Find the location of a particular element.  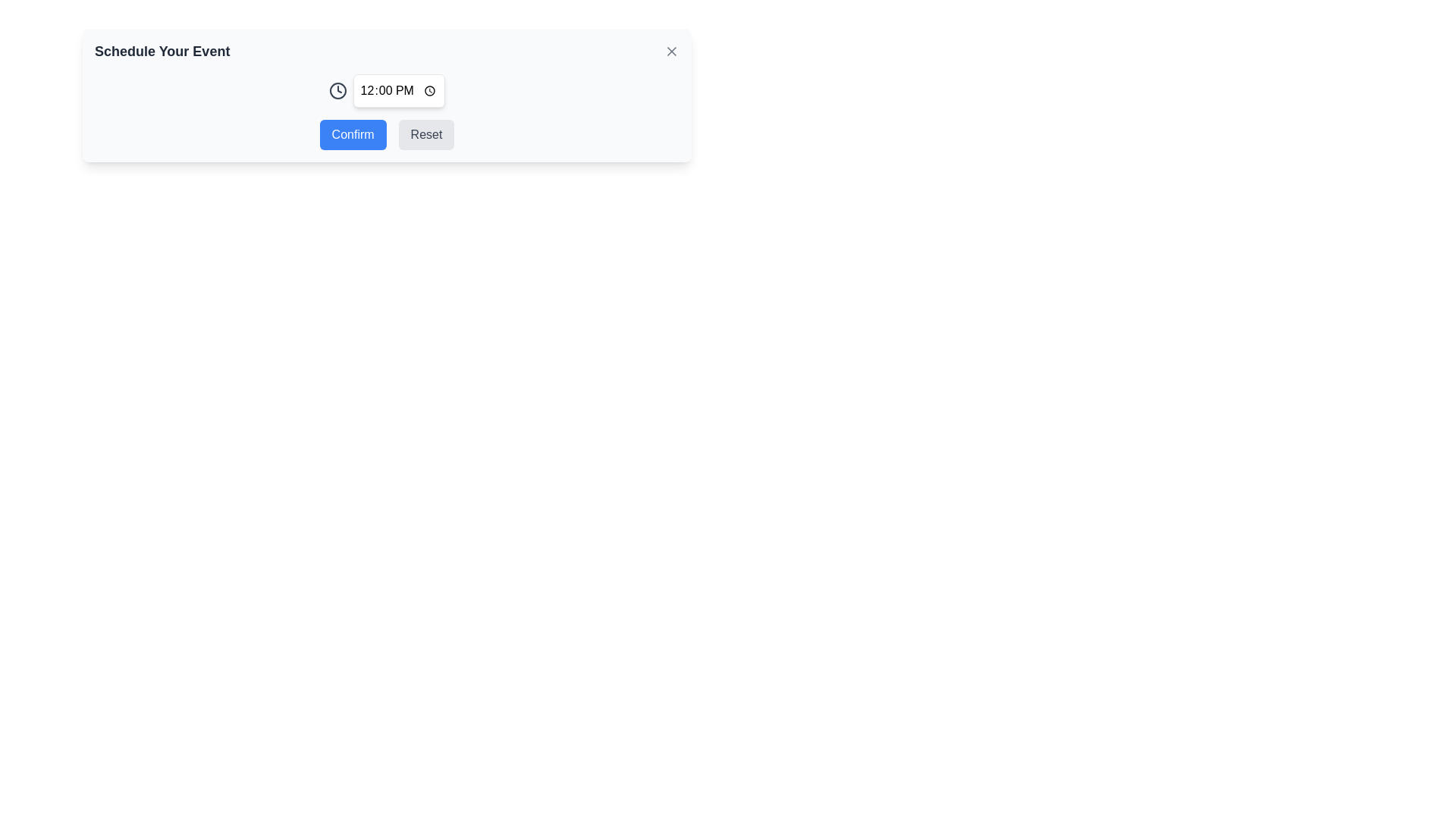

the clock icon, which is a gray clock face with hands, positioned to the left of the input field displaying '12:00 PM' is located at coordinates (337, 90).